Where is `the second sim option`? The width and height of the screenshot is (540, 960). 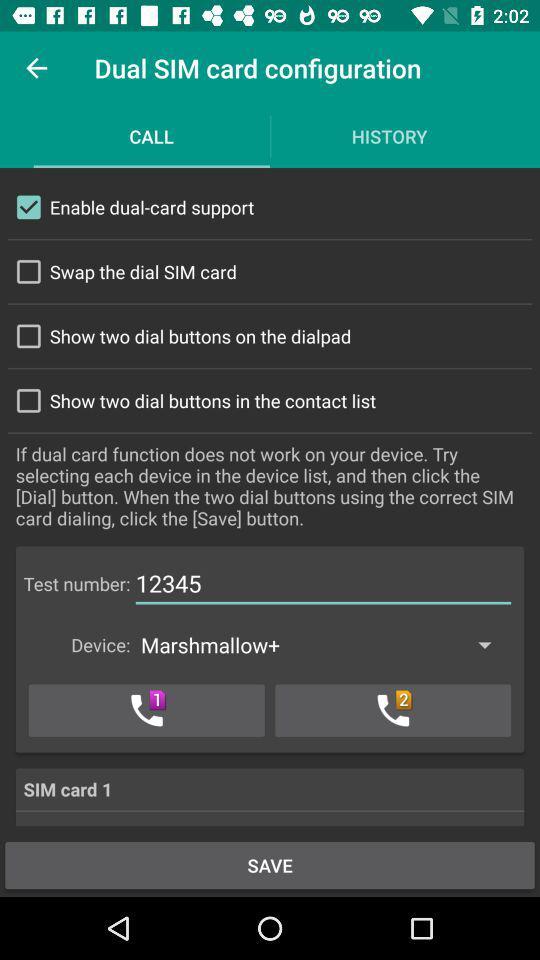 the second sim option is located at coordinates (393, 710).